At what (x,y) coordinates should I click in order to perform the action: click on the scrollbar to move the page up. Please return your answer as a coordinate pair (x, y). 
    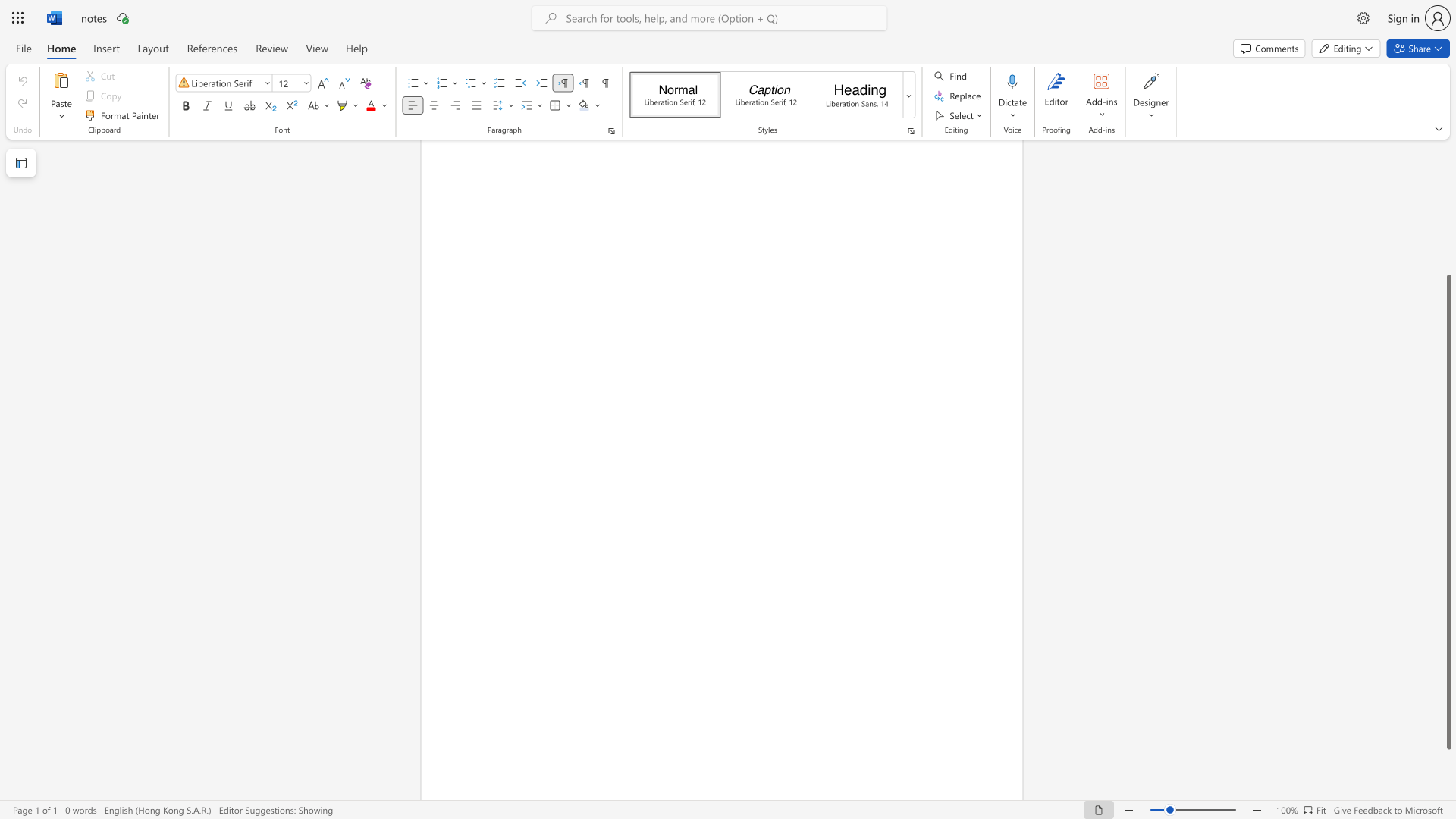
    Looking at the image, I should click on (1448, 227).